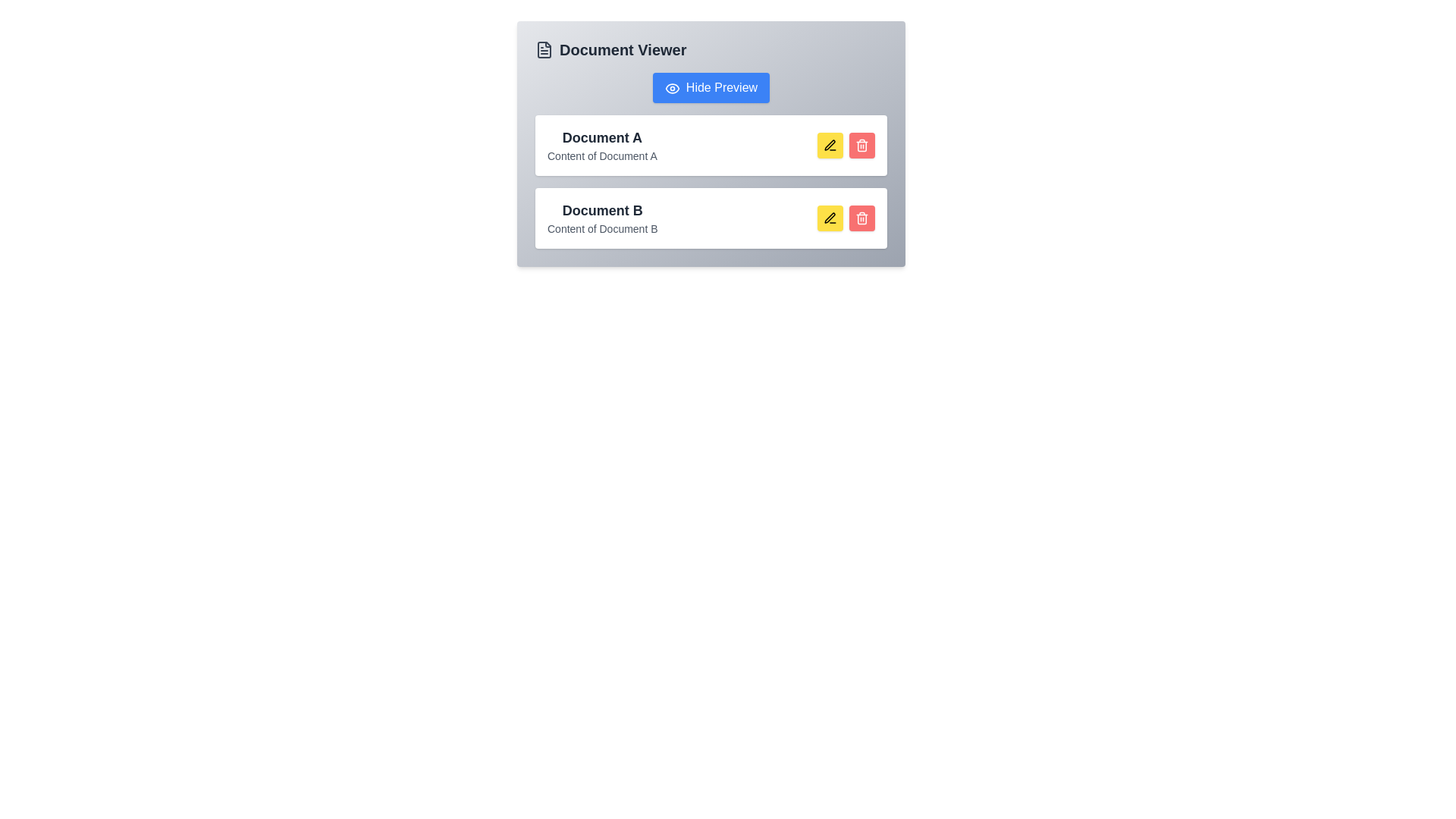 Image resolution: width=1456 pixels, height=819 pixels. Describe the element at coordinates (671, 88) in the screenshot. I see `the visual style of the icon within the 'Hide Preview' button, which serves as a toggle for the content preview visibility` at that location.